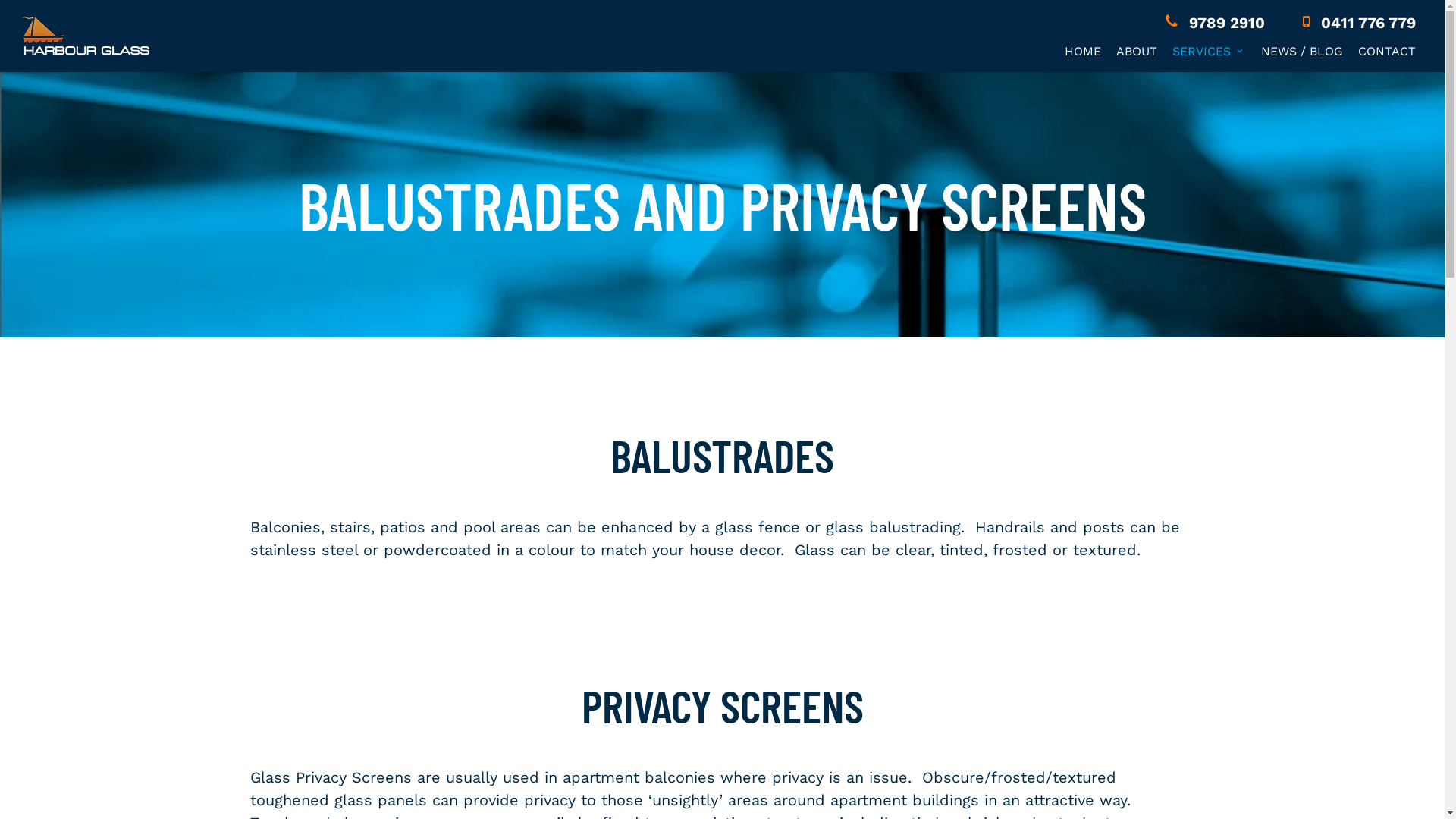 The image size is (1456, 819). What do you see at coordinates (1082, 49) in the screenshot?
I see `'HOME'` at bounding box center [1082, 49].